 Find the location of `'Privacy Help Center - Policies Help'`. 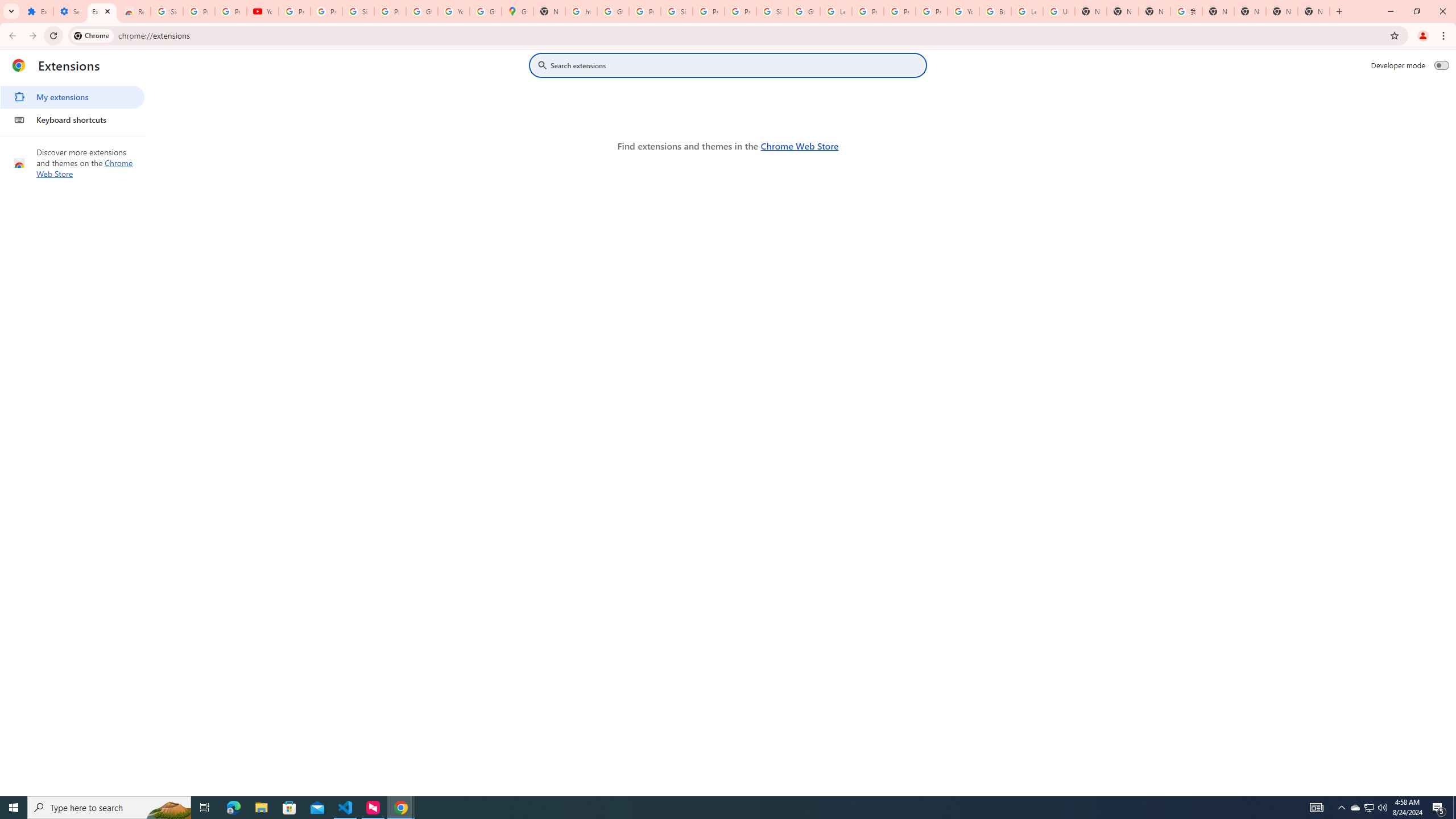

'Privacy Help Center - Policies Help' is located at coordinates (899, 11).